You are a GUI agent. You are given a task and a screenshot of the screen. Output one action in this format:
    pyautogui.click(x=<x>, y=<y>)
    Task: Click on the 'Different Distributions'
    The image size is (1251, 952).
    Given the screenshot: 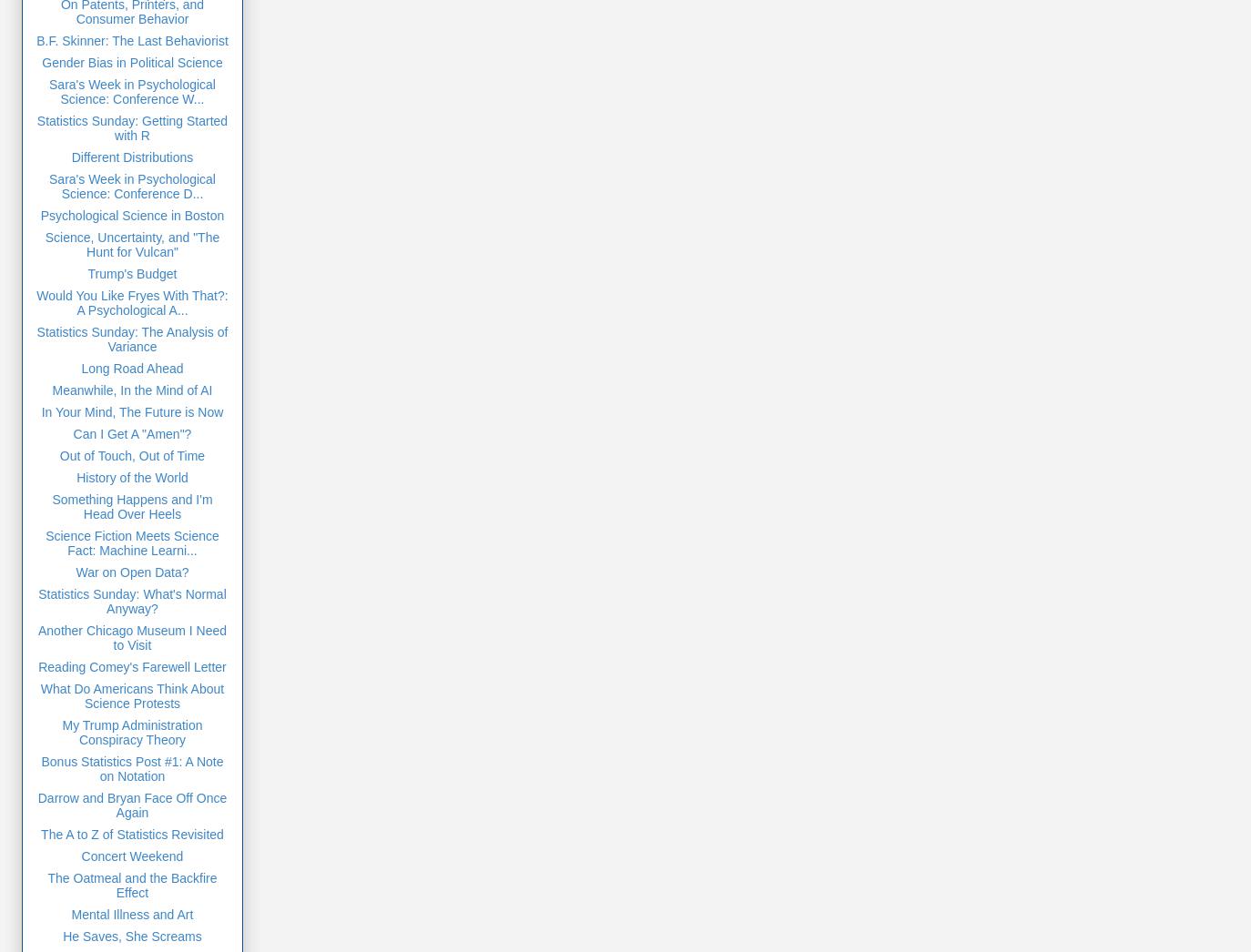 What is the action you would take?
    pyautogui.click(x=130, y=156)
    